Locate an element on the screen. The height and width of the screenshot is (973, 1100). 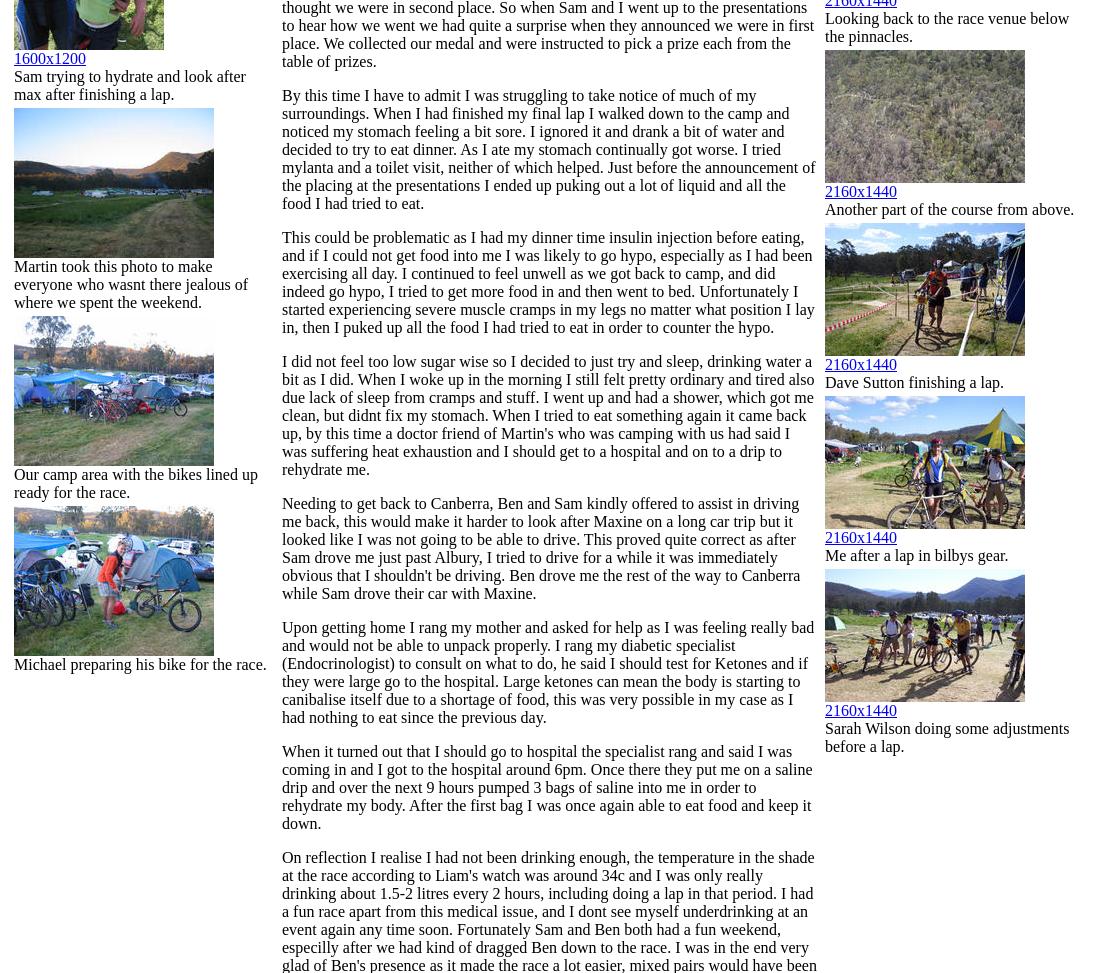
'Michael preparing his bike for the race.' is located at coordinates (139, 663).